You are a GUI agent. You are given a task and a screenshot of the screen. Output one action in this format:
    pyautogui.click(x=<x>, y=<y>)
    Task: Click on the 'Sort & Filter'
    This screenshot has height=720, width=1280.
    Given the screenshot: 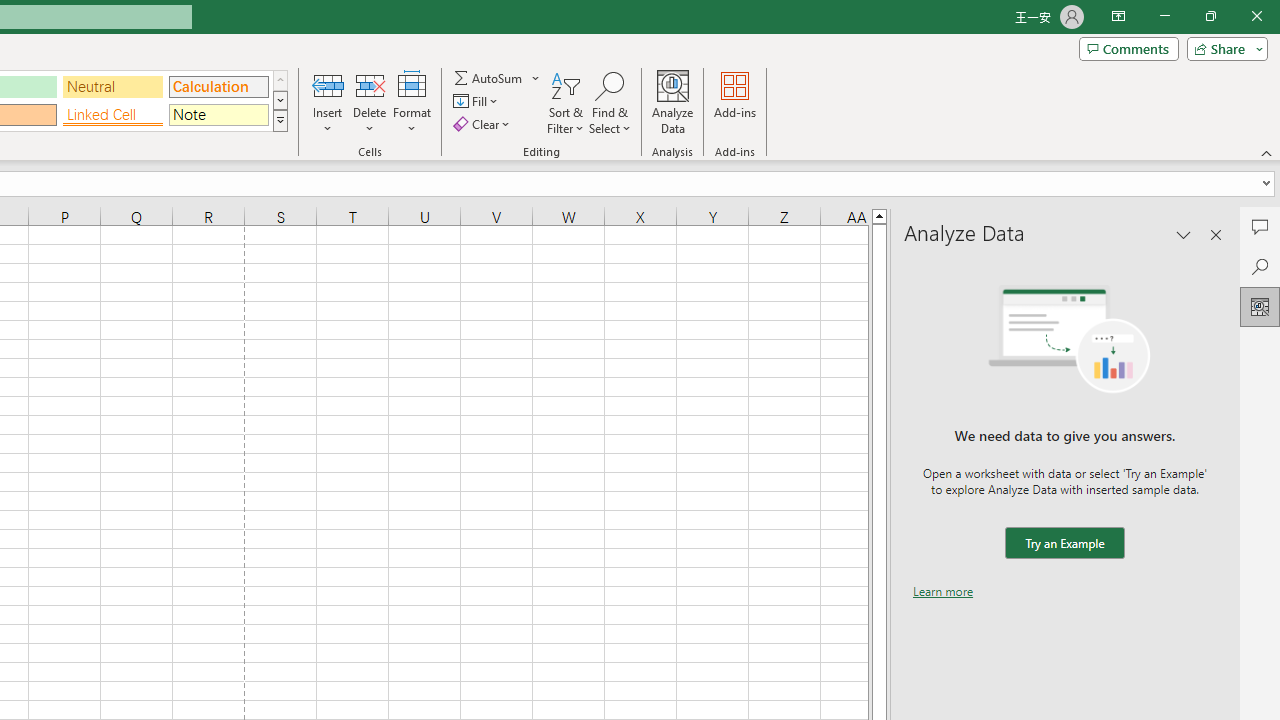 What is the action you would take?
    pyautogui.click(x=565, y=103)
    